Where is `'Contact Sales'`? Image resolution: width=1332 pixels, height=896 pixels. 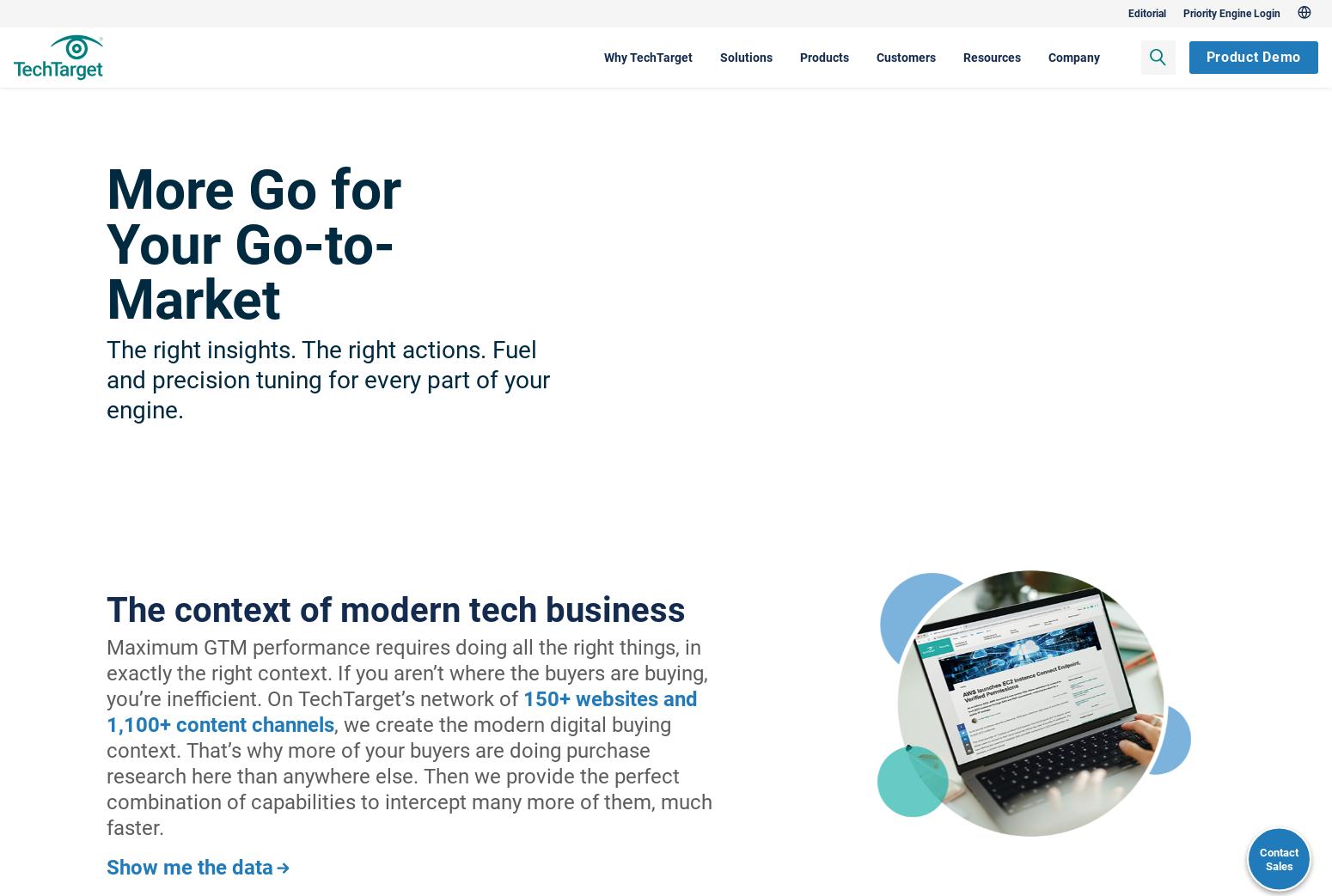
'Contact Sales' is located at coordinates (1258, 858).